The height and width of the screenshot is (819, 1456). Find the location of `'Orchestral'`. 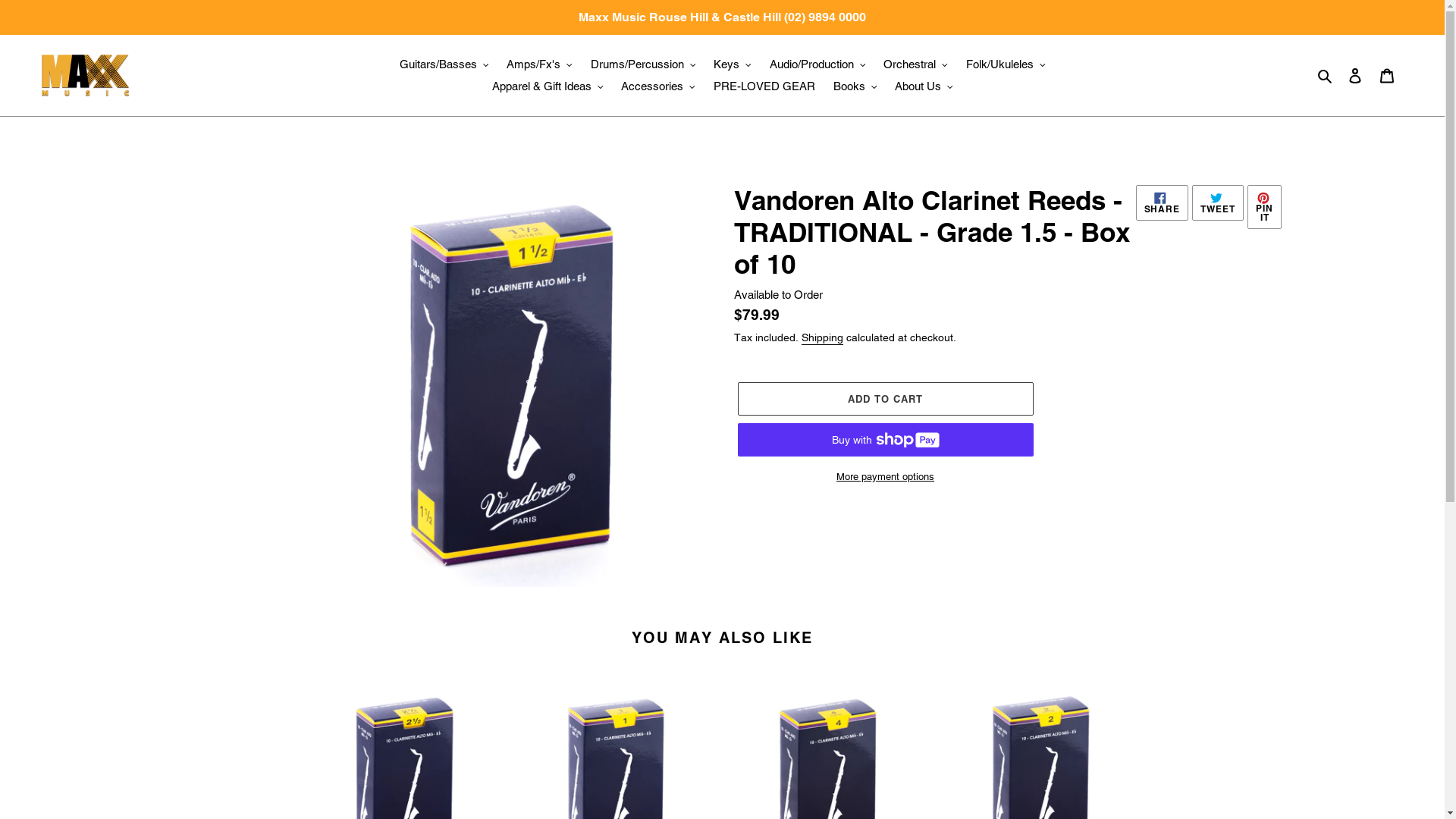

'Orchestral' is located at coordinates (915, 64).